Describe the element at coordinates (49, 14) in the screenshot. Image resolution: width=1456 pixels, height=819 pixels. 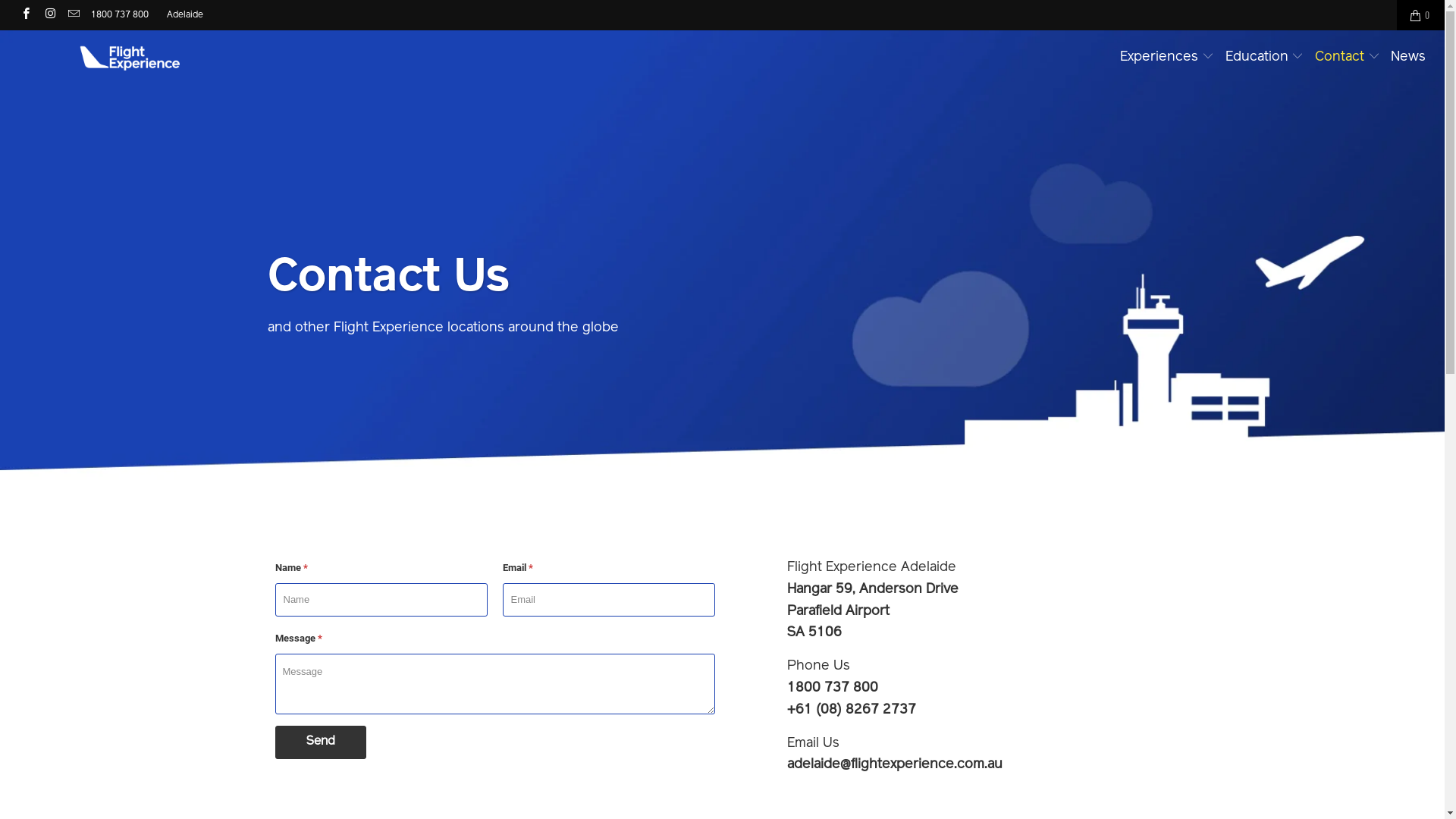
I see `'Flight Experience Adelaide on Instagram'` at that location.